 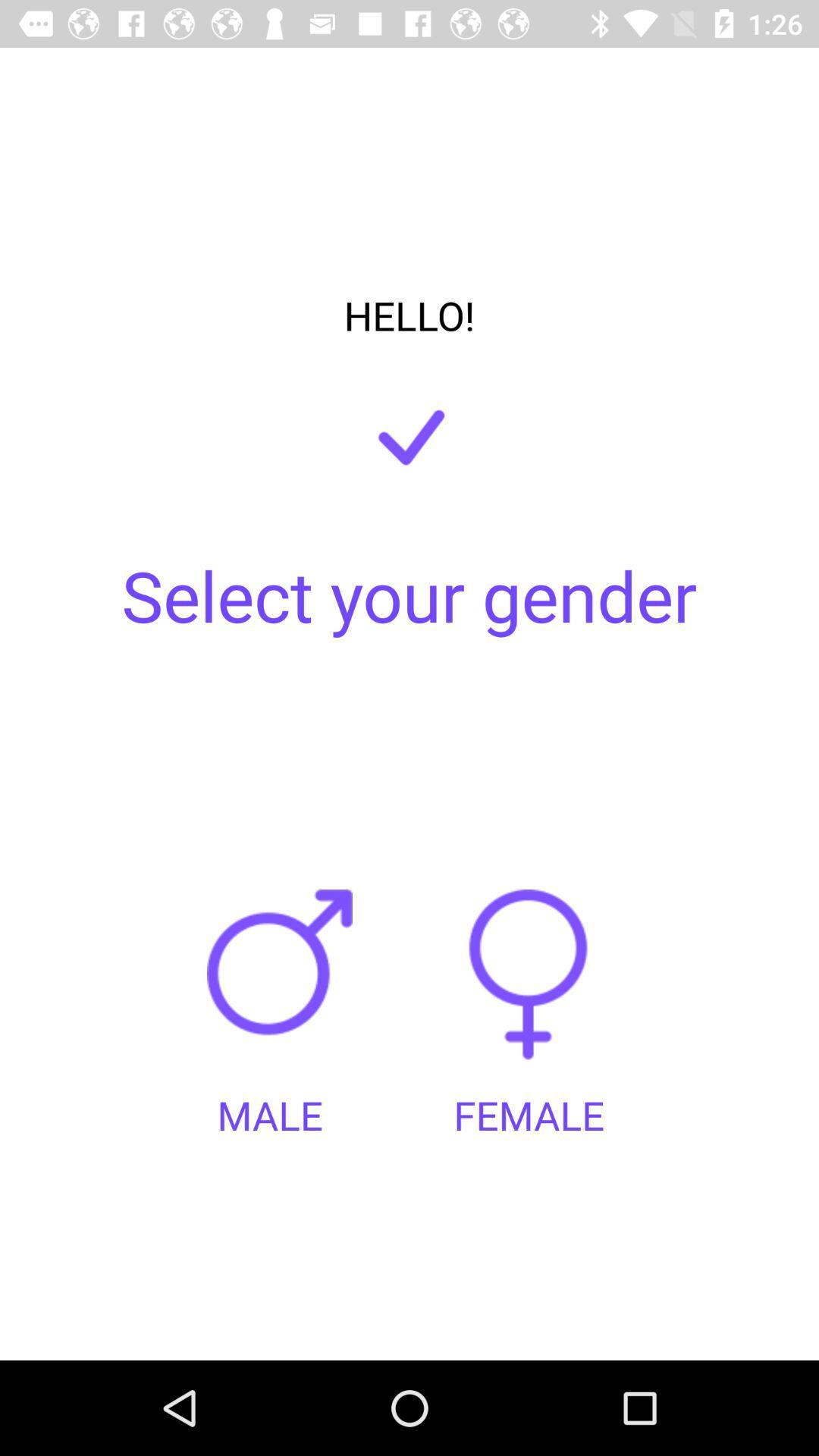 I want to click on the icon above the male item, so click(x=284, y=989).